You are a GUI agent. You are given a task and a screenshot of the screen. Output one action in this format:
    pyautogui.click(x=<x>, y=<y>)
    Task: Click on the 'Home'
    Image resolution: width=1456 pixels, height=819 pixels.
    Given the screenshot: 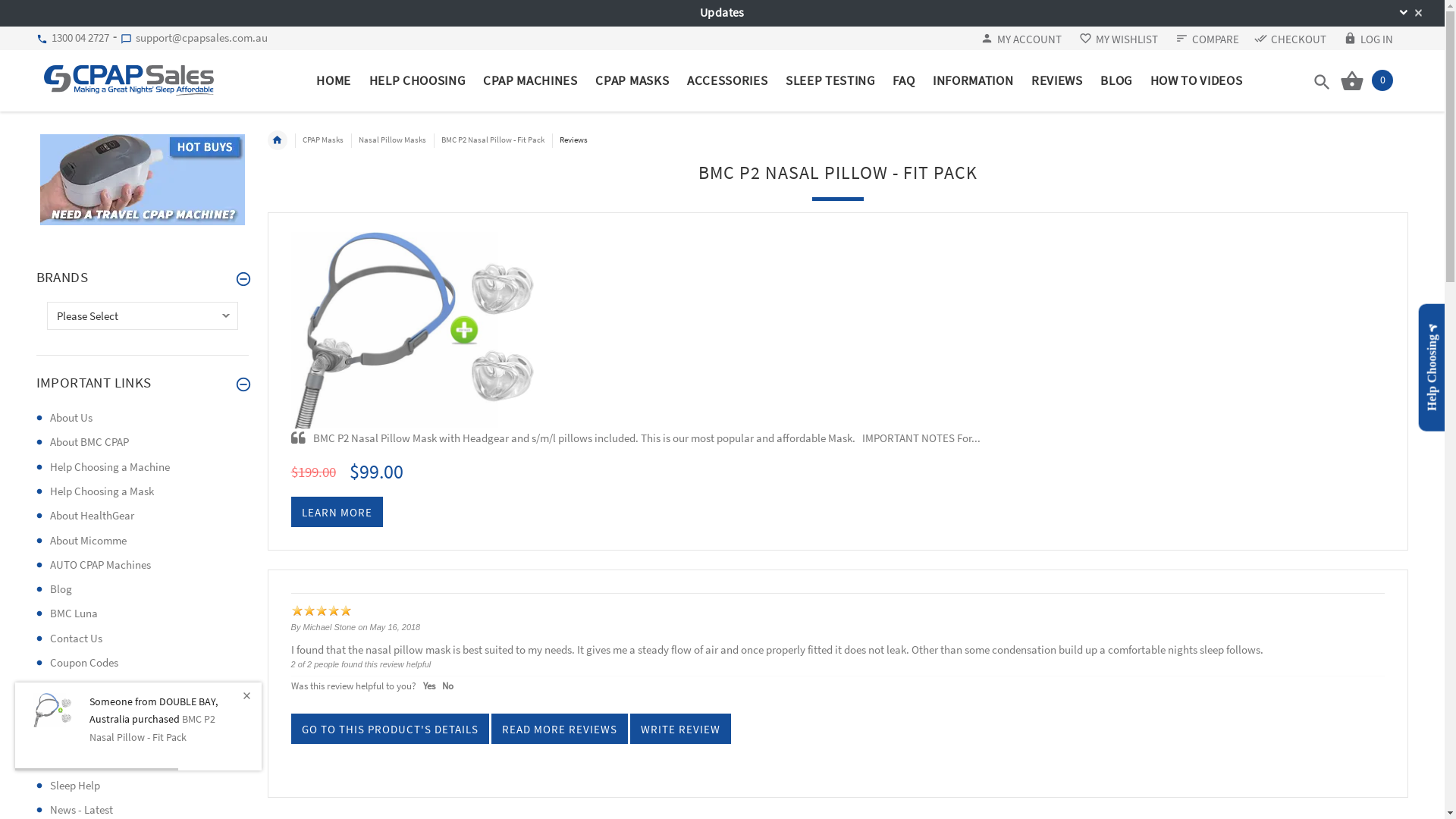 What is the action you would take?
    pyautogui.click(x=277, y=140)
    